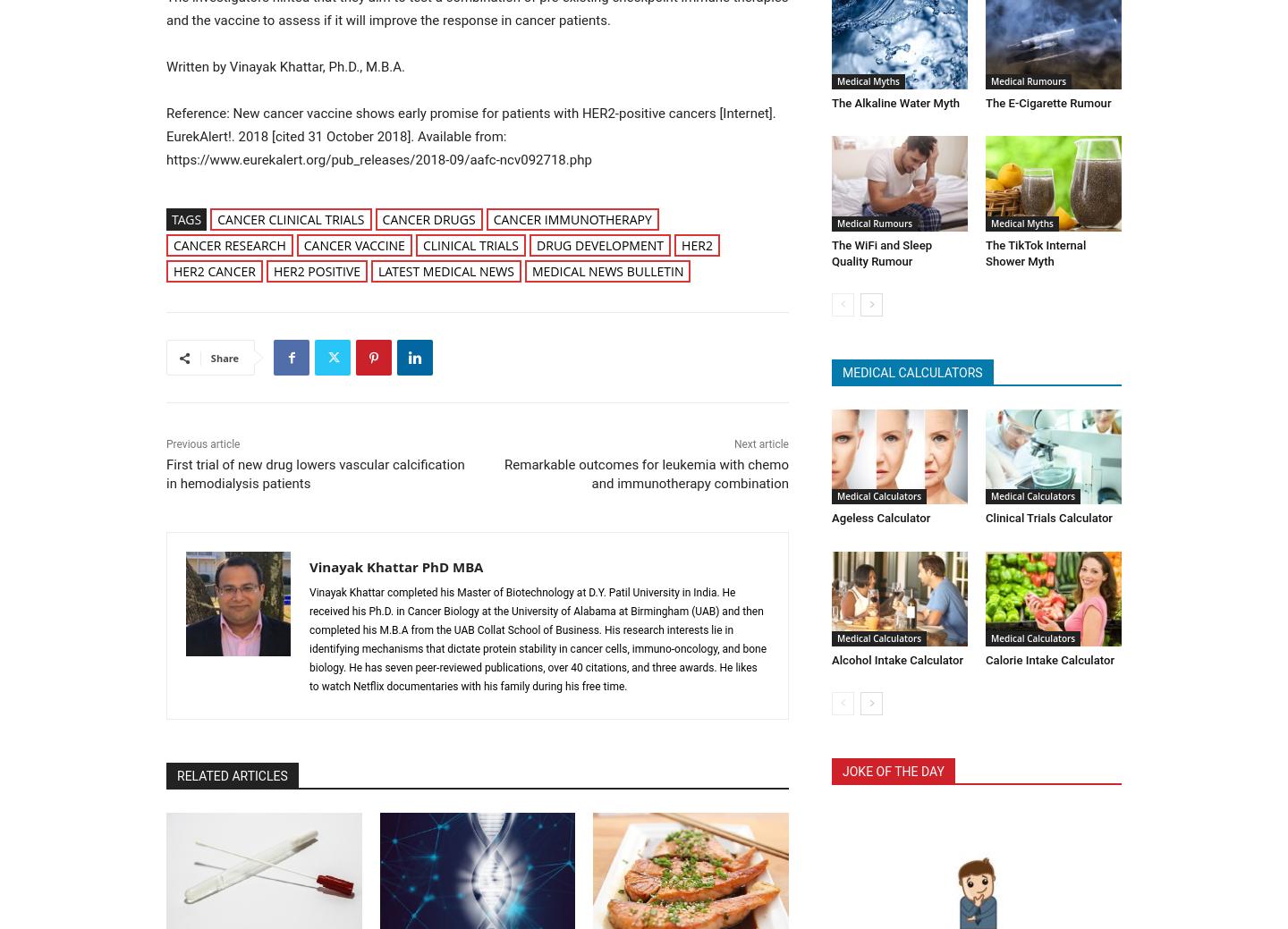 Image resolution: width=1288 pixels, height=929 pixels. I want to click on 'Alcohol Intake Calculator', so click(895, 655).